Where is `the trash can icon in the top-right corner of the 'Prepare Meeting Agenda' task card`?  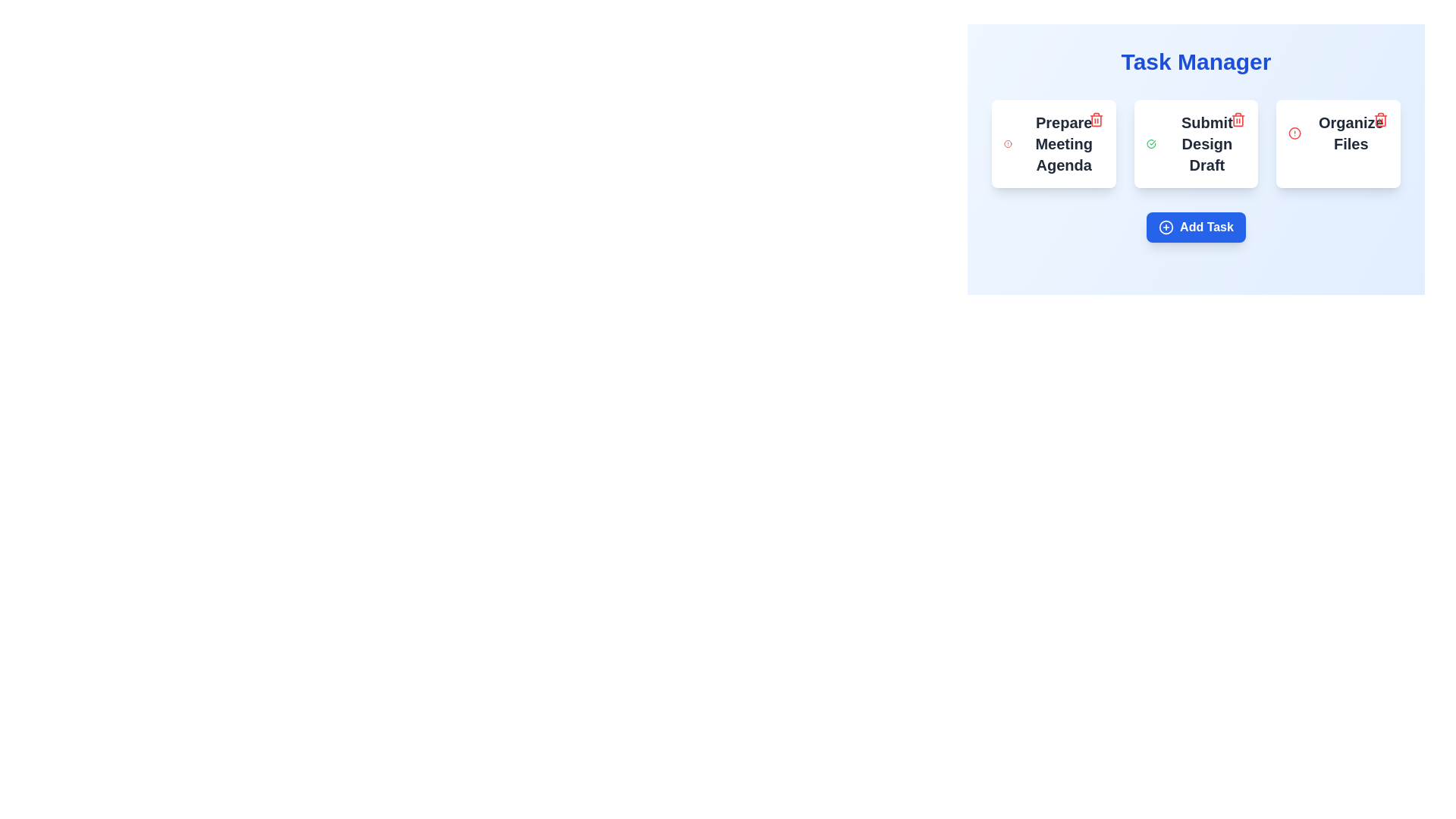
the trash can icon in the top-right corner of the 'Prepare Meeting Agenda' task card is located at coordinates (1096, 119).